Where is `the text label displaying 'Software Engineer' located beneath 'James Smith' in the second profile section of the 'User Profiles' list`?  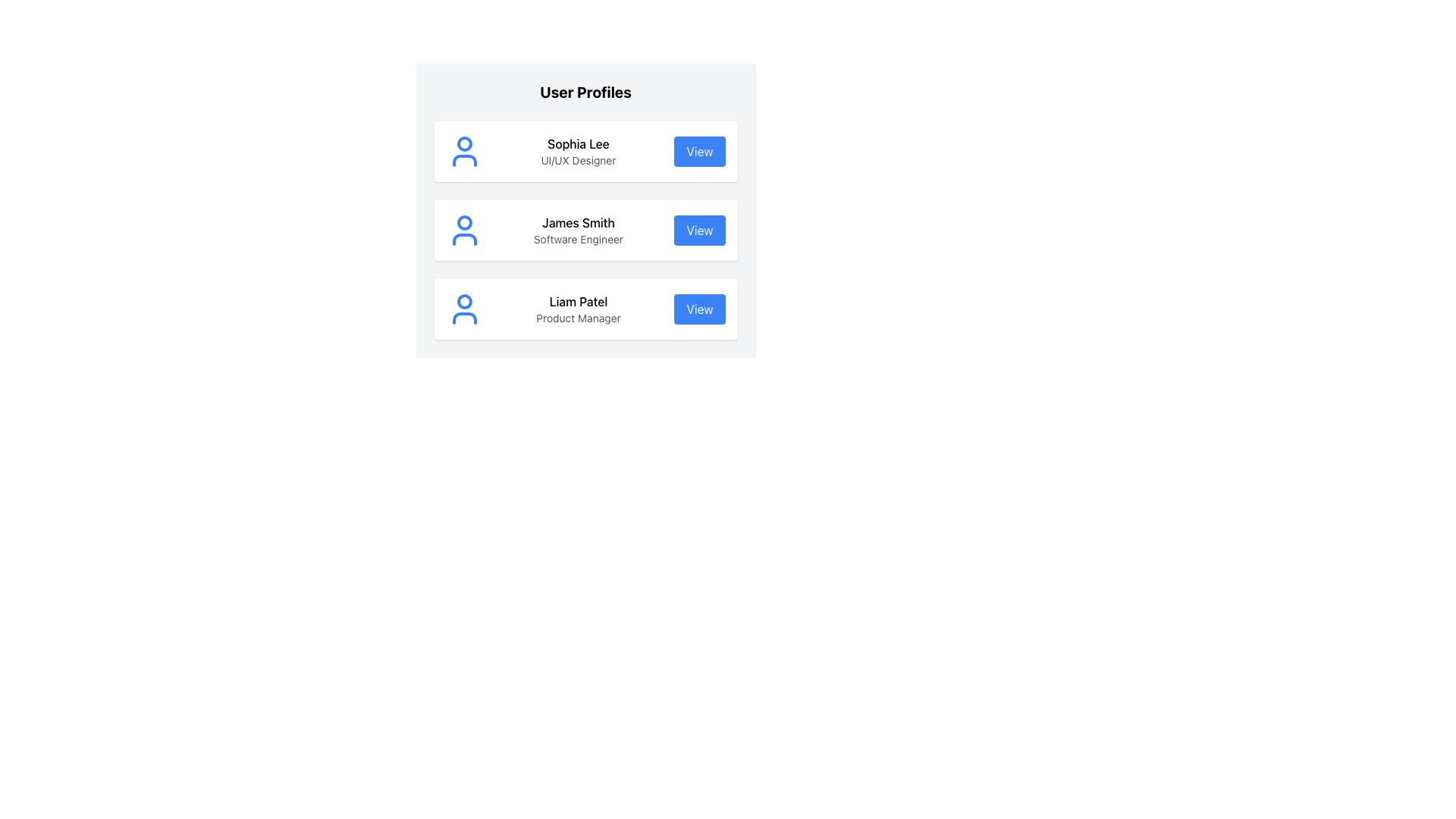 the text label displaying 'Software Engineer' located beneath 'James Smith' in the second profile section of the 'User Profiles' list is located at coordinates (578, 239).